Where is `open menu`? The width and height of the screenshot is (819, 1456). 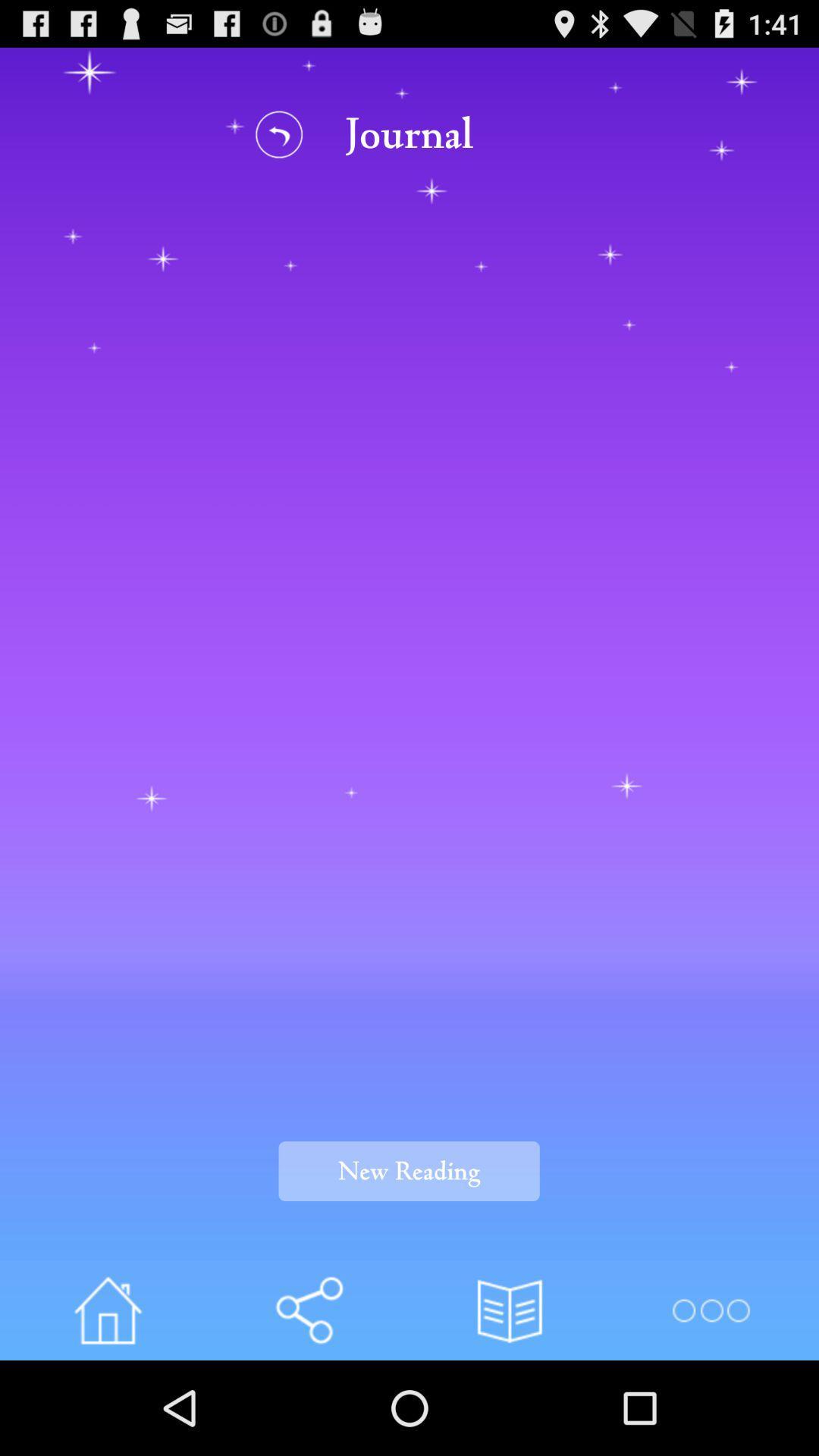 open menu is located at coordinates (711, 1310).